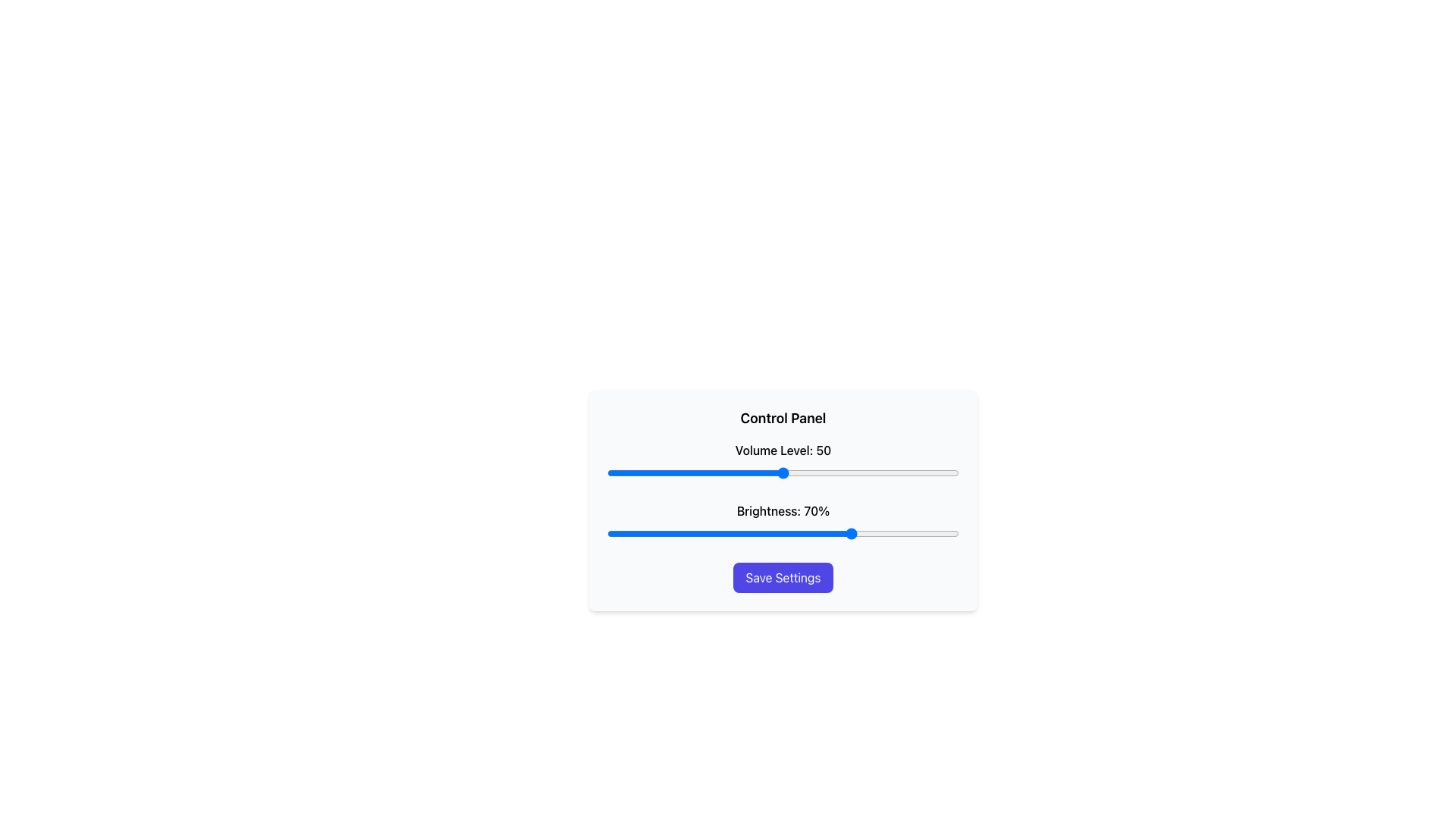  What do you see at coordinates (944, 472) in the screenshot?
I see `the volume level` at bounding box center [944, 472].